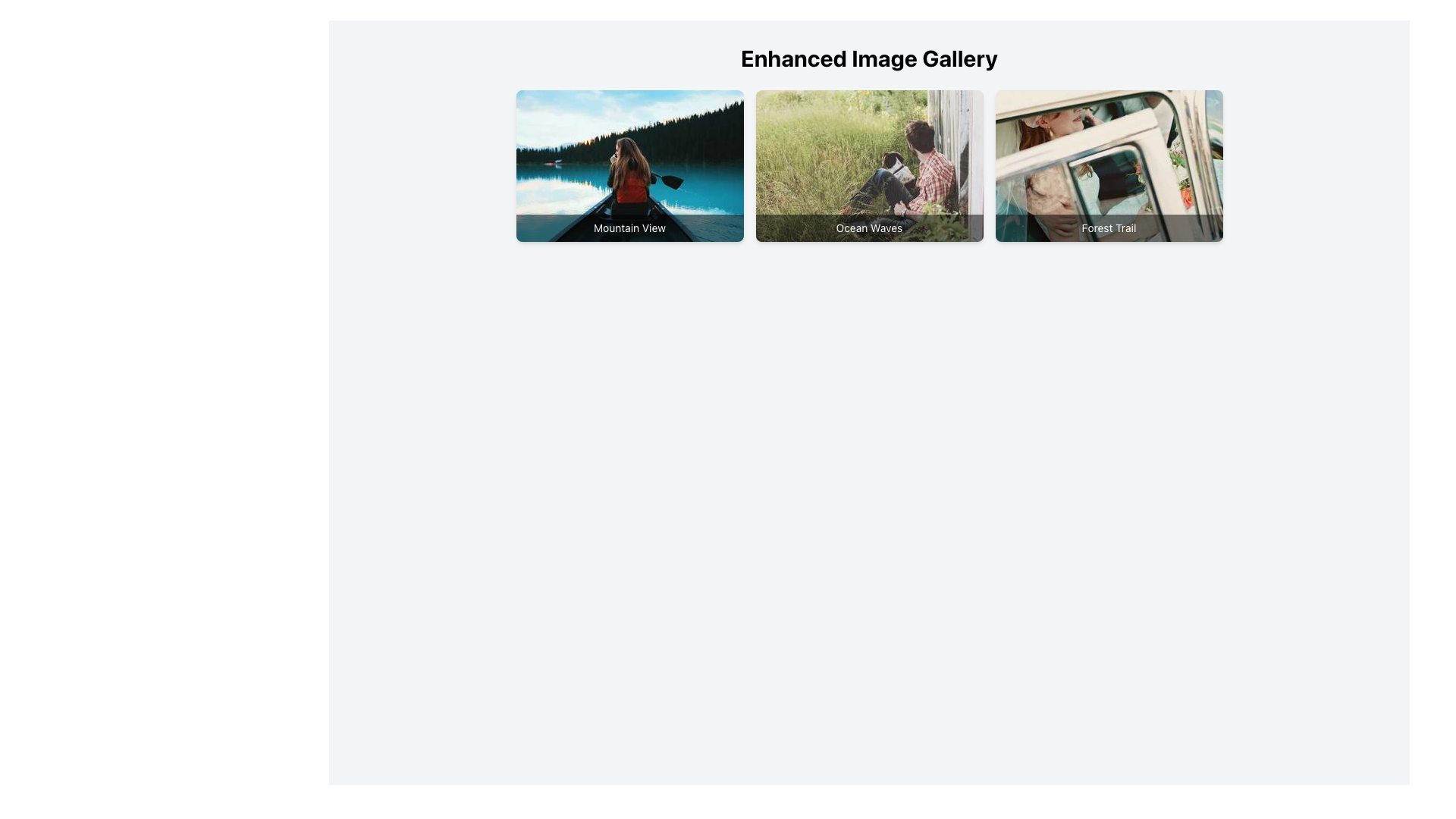  I want to click on the interactive media card labeled 'Mountain View', which is the leftmost card in the Enhanced Image Gallery, so click(629, 166).